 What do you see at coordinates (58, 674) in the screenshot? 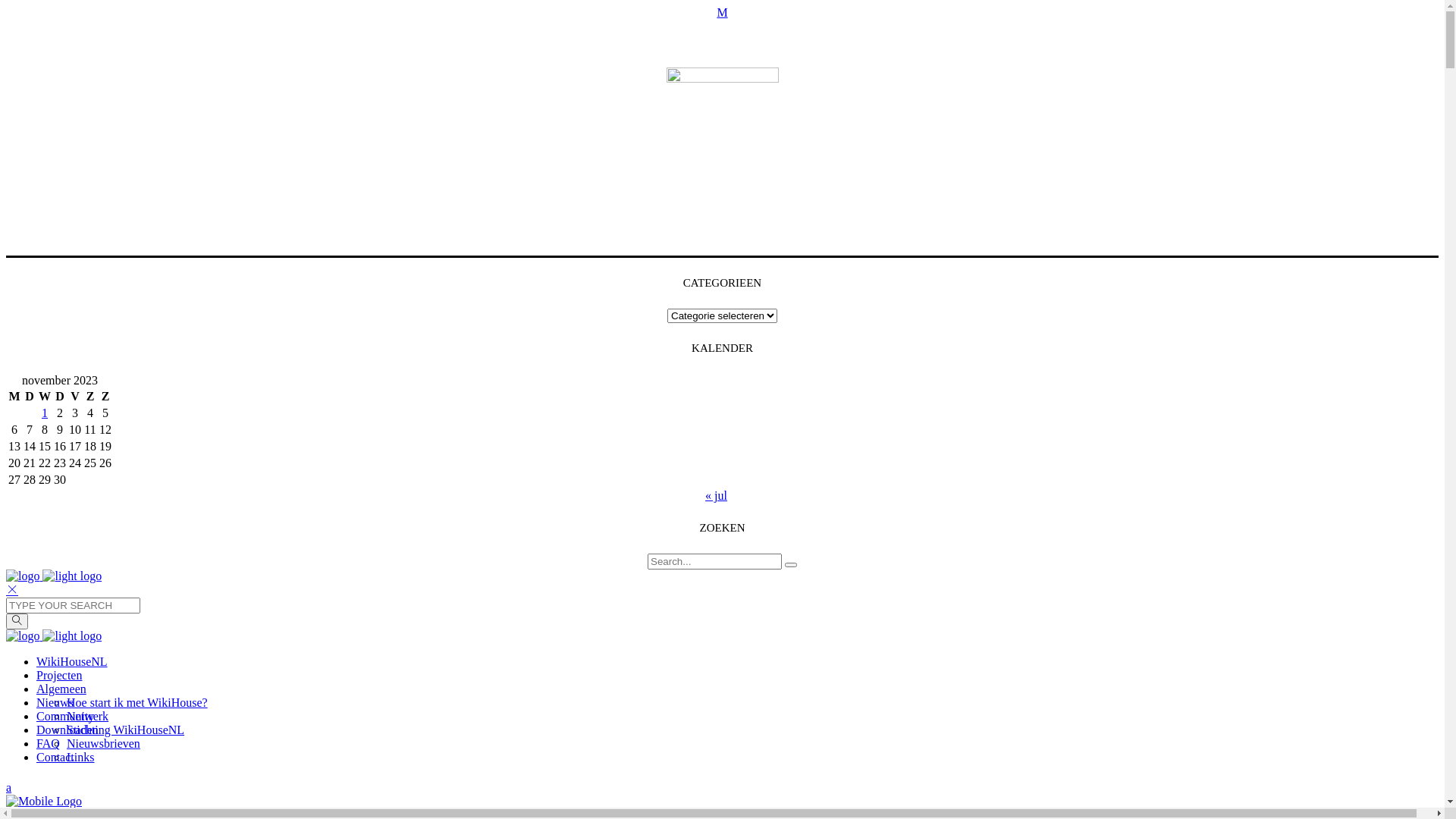
I see `'Projecten'` at bounding box center [58, 674].